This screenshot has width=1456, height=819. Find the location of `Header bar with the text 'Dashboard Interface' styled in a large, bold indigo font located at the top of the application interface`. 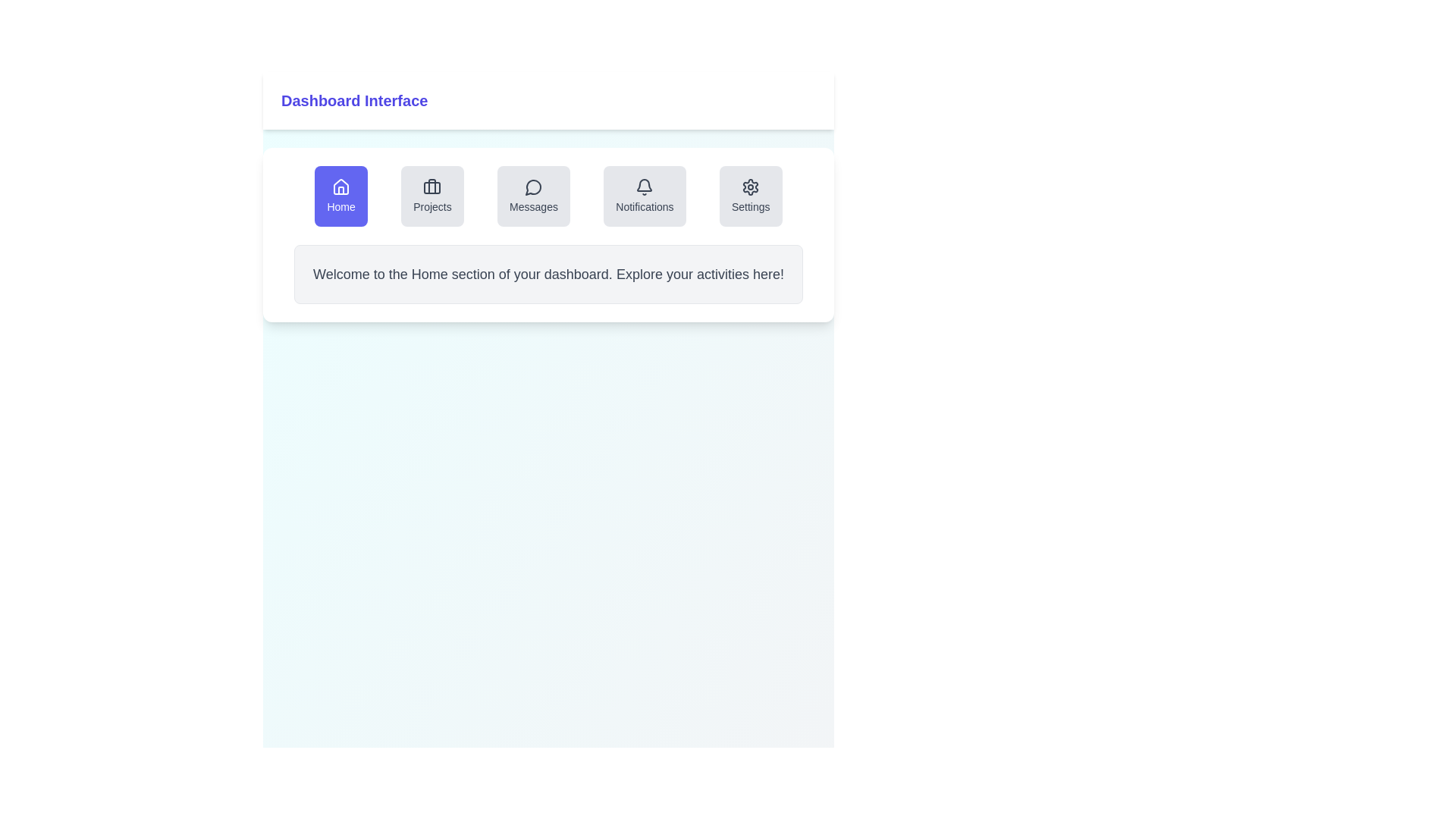

Header bar with the text 'Dashboard Interface' styled in a large, bold indigo font located at the top of the application interface is located at coordinates (548, 100).